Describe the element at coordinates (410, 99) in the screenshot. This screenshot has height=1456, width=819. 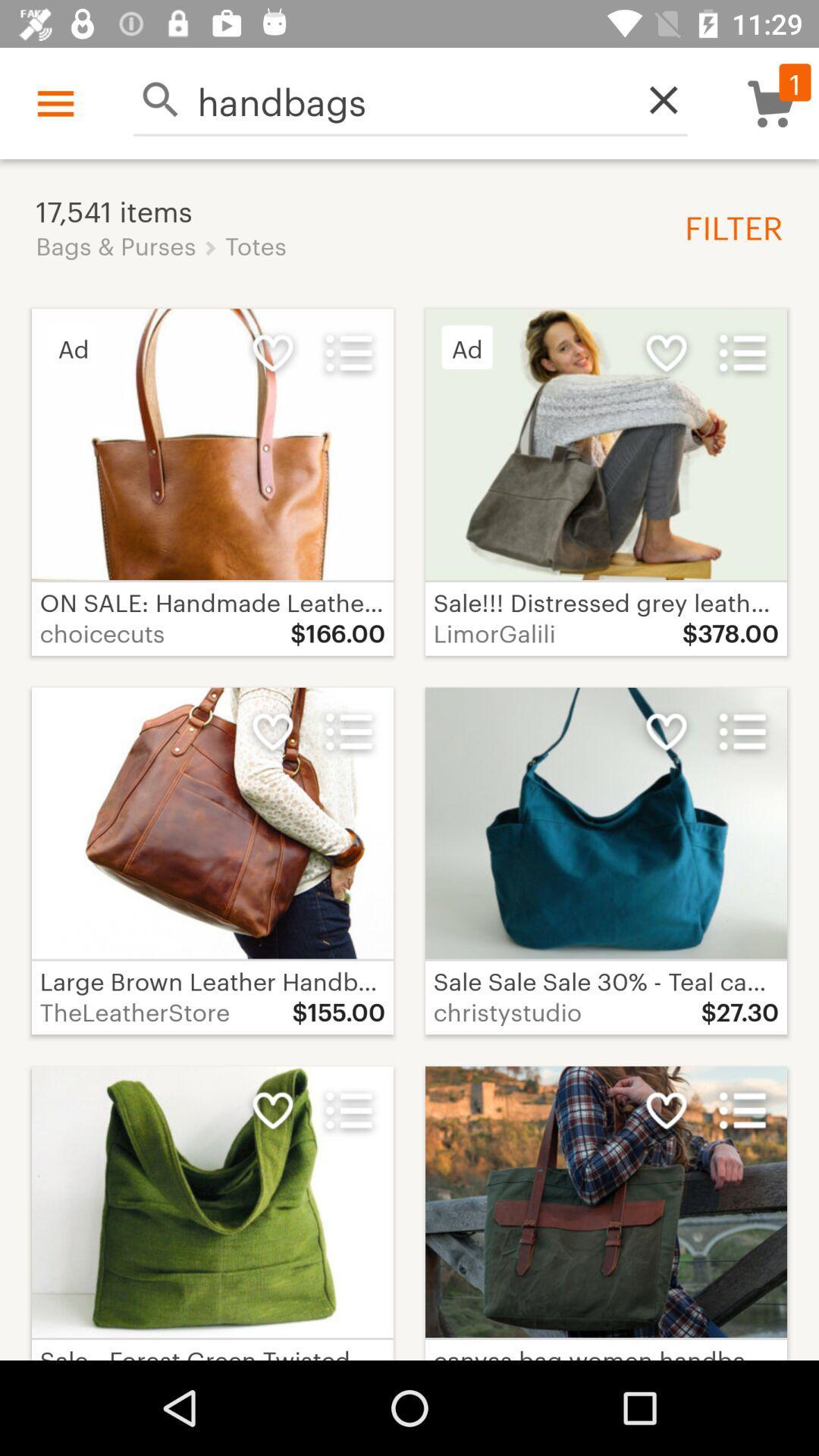
I see `handbags item` at that location.